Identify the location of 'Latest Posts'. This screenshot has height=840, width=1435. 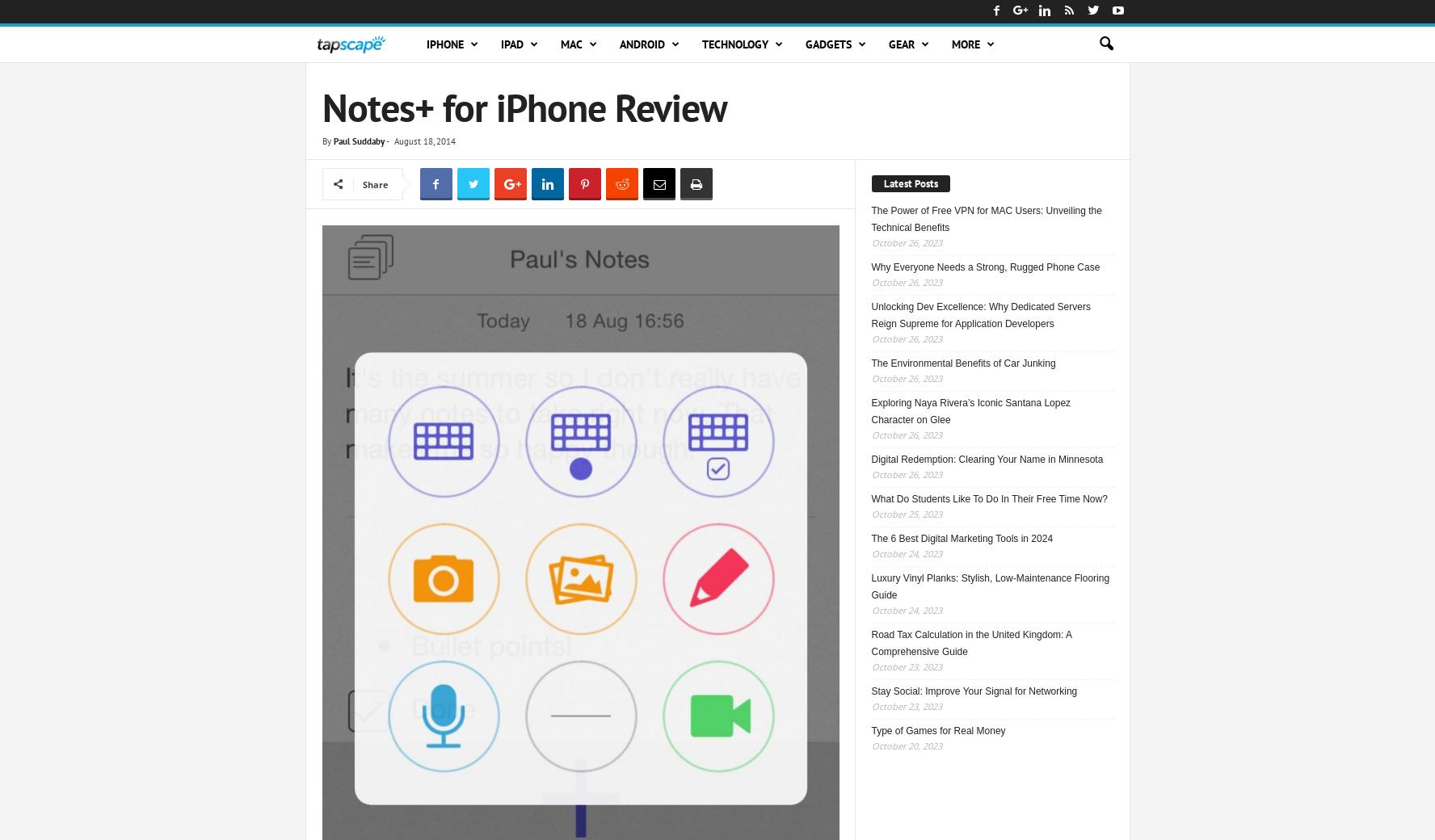
(910, 183).